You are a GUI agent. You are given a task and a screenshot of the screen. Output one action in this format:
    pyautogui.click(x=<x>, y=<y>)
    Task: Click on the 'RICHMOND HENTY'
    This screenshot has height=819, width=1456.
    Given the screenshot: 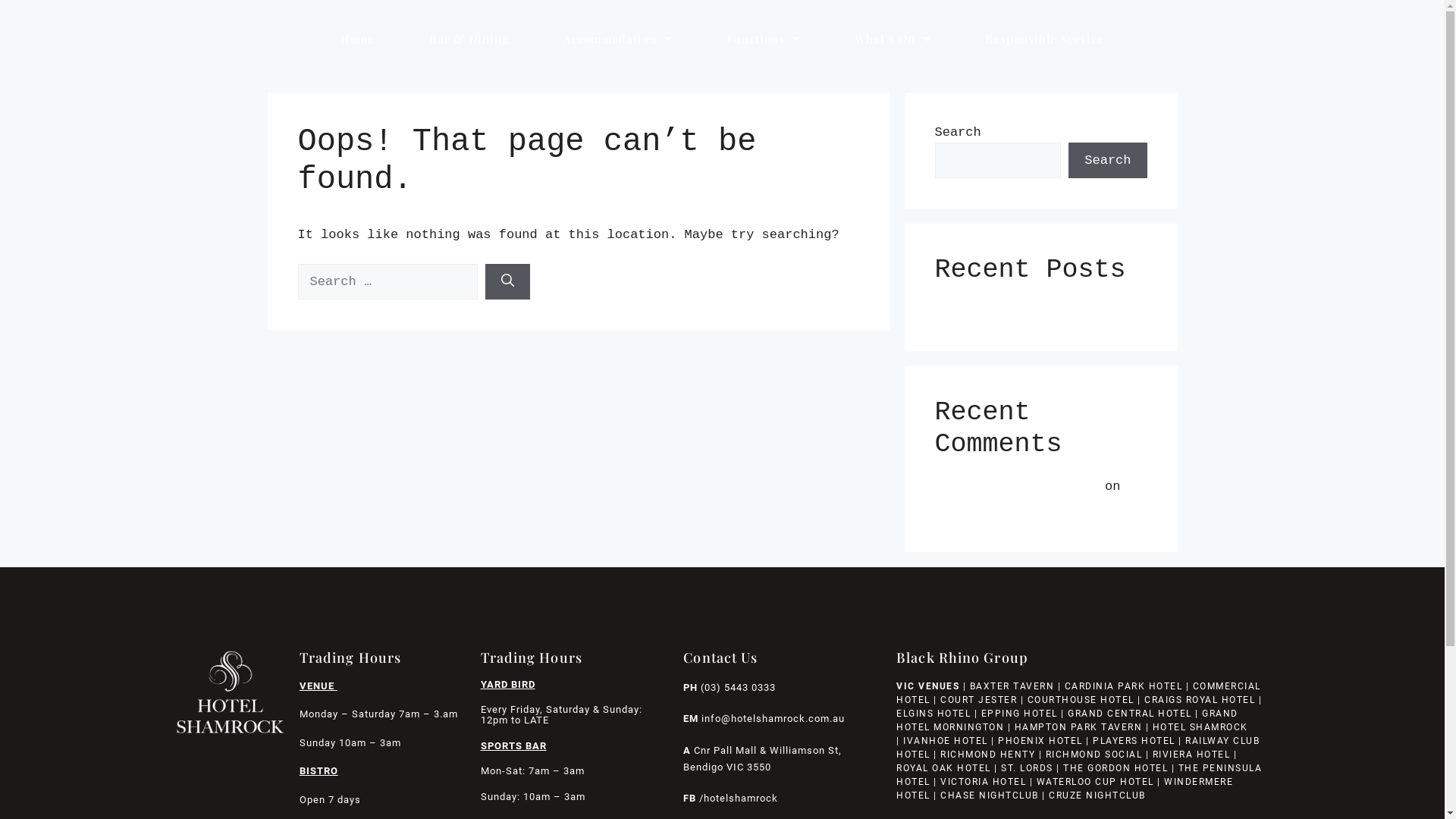 What is the action you would take?
    pyautogui.click(x=987, y=755)
    